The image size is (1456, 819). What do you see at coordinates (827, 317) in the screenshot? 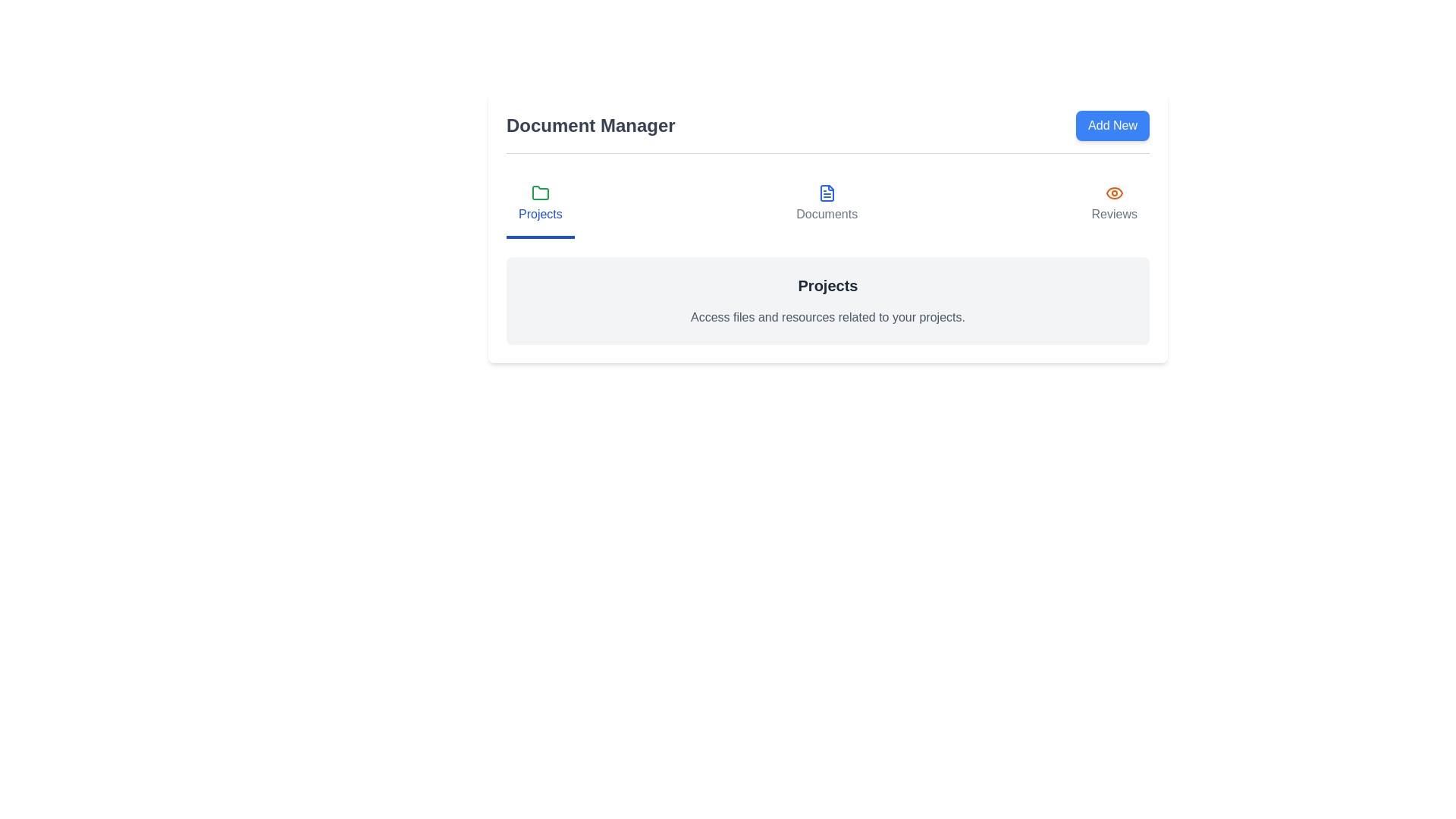
I see `the text 'Access files and resources related to your projects.' in the Projects section` at bounding box center [827, 317].